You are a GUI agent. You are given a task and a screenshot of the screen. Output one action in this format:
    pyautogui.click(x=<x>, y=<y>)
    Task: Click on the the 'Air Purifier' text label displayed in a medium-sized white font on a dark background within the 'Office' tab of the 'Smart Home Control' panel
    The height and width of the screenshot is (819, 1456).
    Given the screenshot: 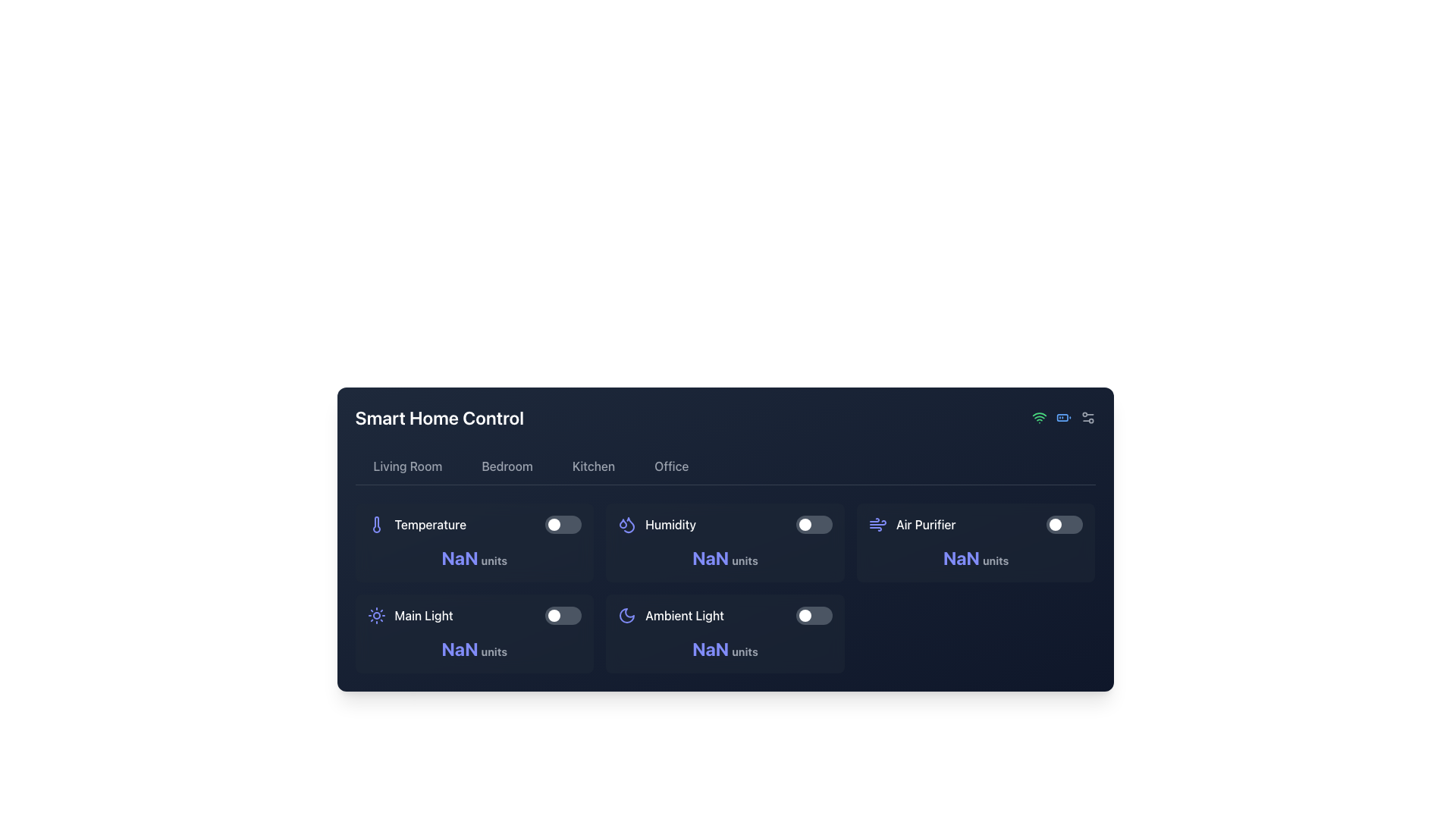 What is the action you would take?
    pyautogui.click(x=925, y=523)
    